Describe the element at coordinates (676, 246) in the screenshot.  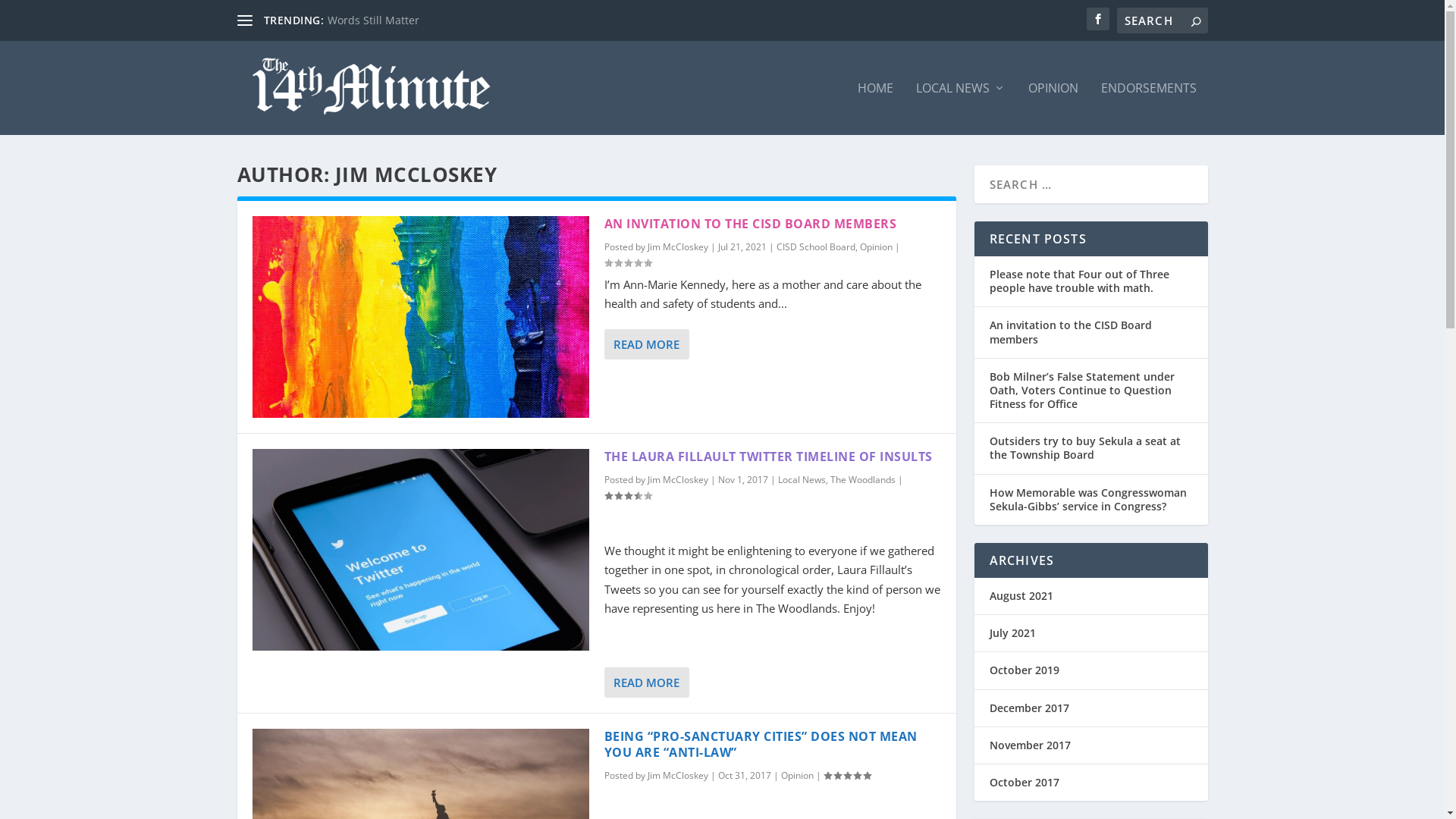
I see `'Jim McCloskey'` at that location.